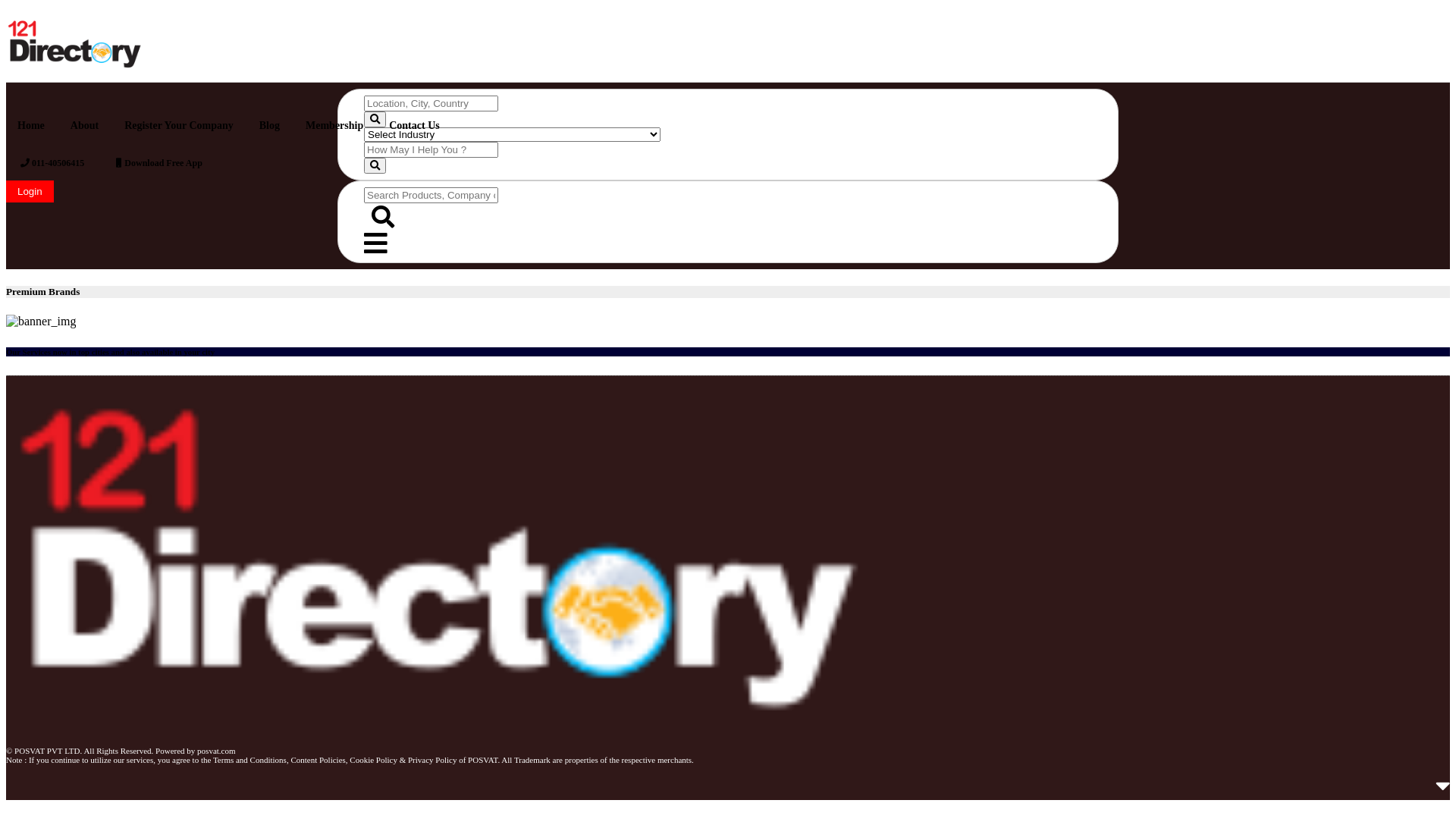 The image size is (1456, 819). I want to click on 'Register Your Company', so click(178, 124).